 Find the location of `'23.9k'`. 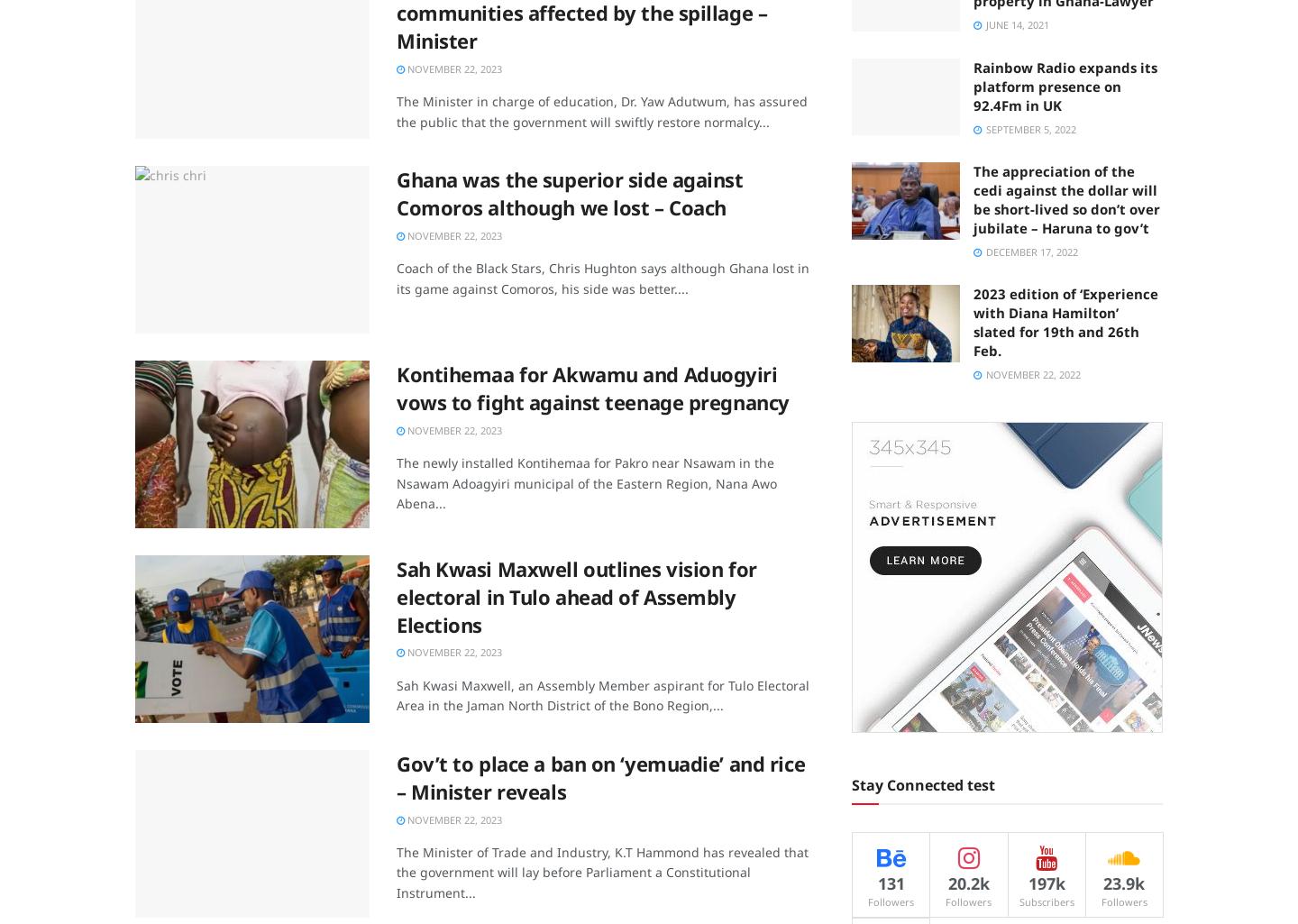

'23.9k' is located at coordinates (1123, 882).